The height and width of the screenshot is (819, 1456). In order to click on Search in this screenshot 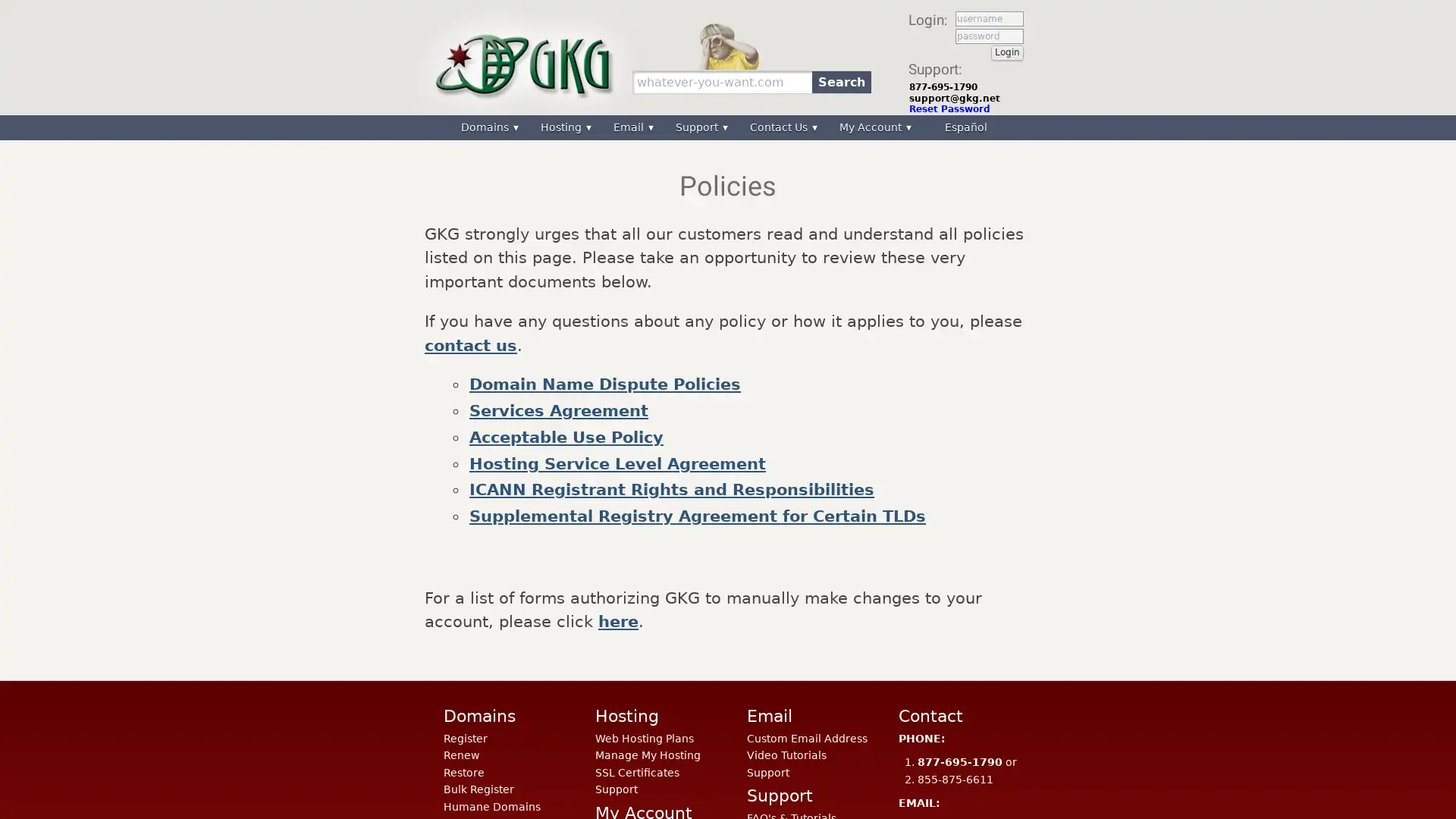, I will do `click(840, 81)`.